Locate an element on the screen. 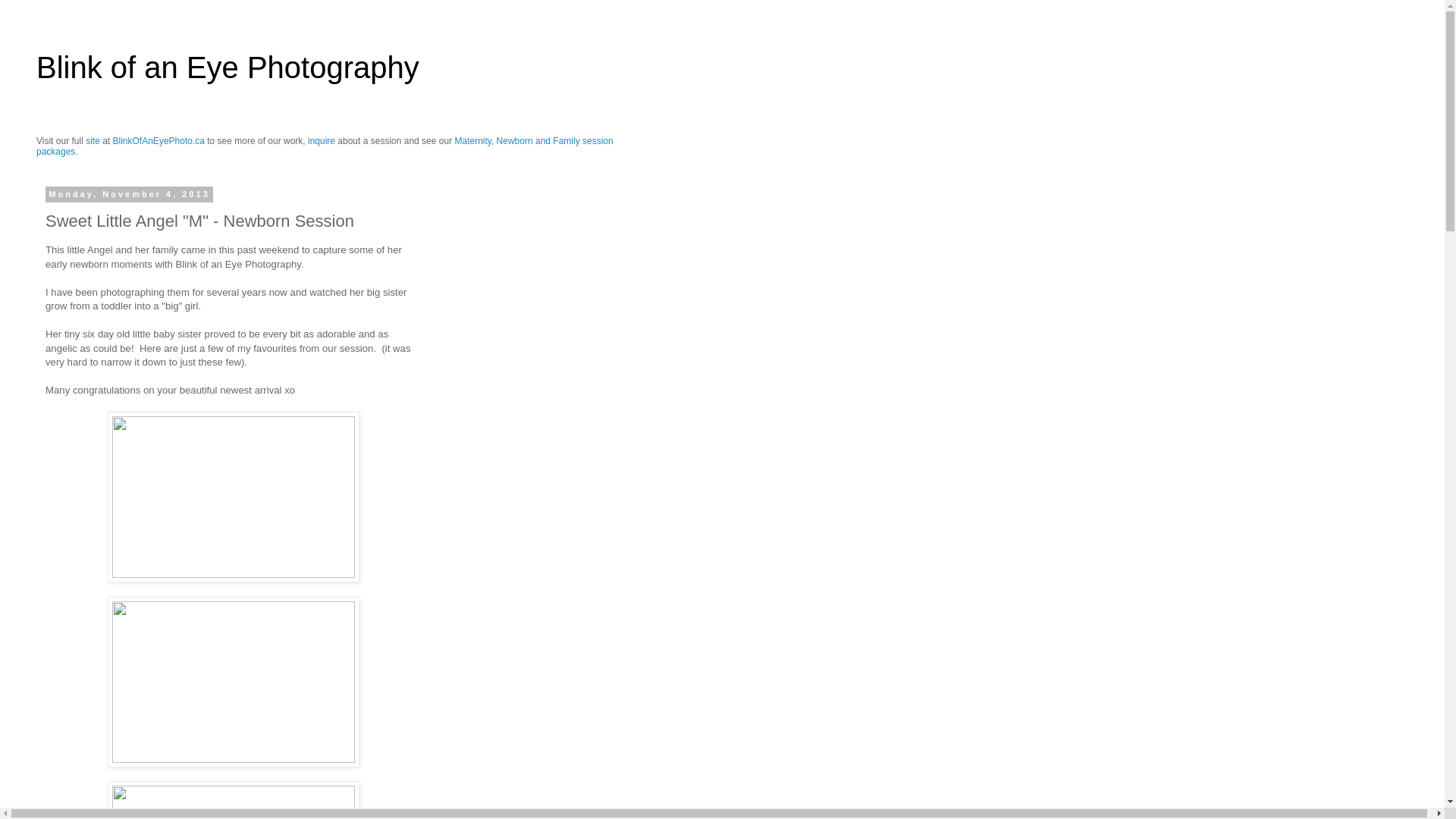  'Blink of an Eye Photography' is located at coordinates (227, 66).